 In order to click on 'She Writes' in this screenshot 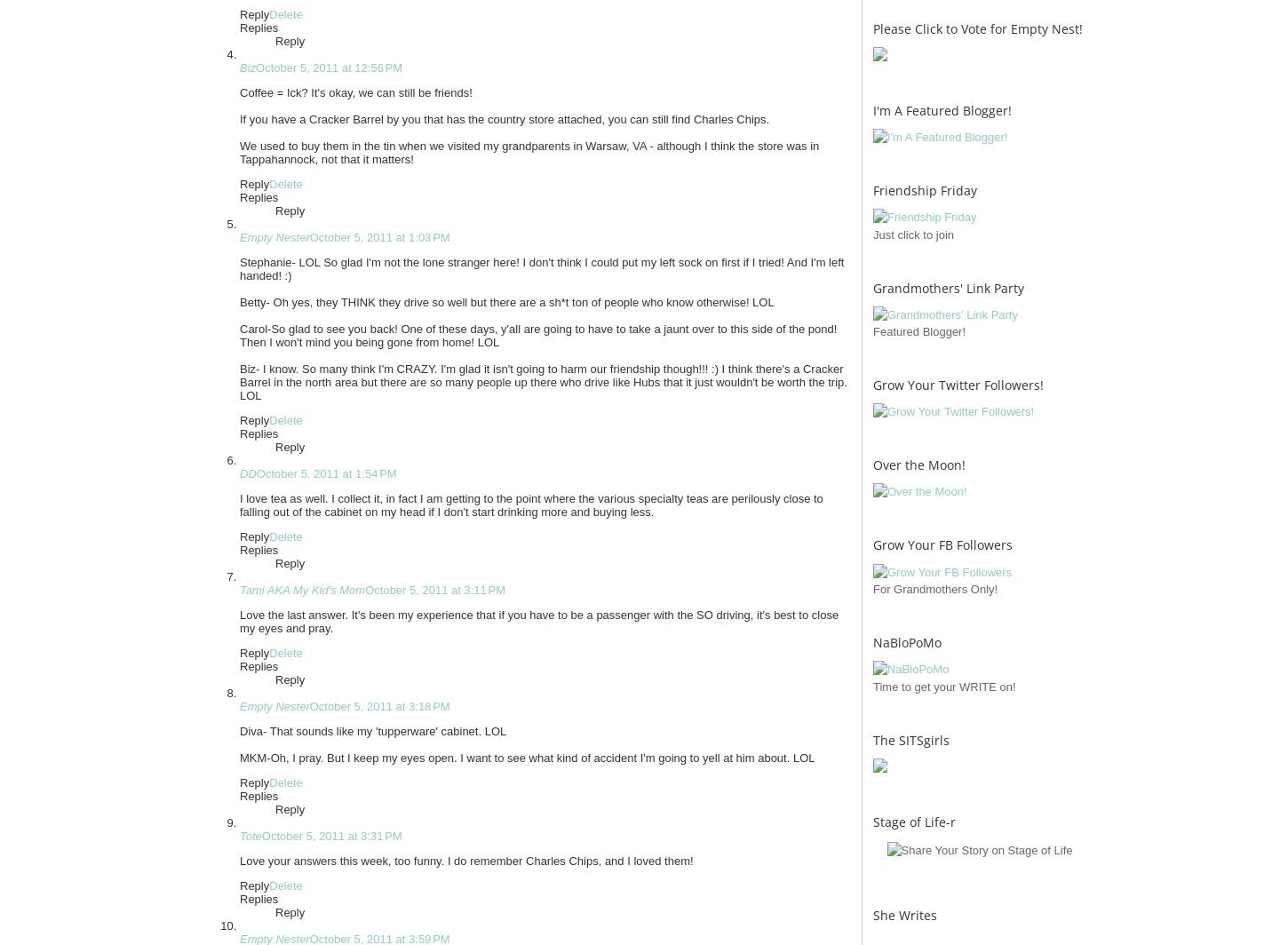, I will do `click(905, 915)`.